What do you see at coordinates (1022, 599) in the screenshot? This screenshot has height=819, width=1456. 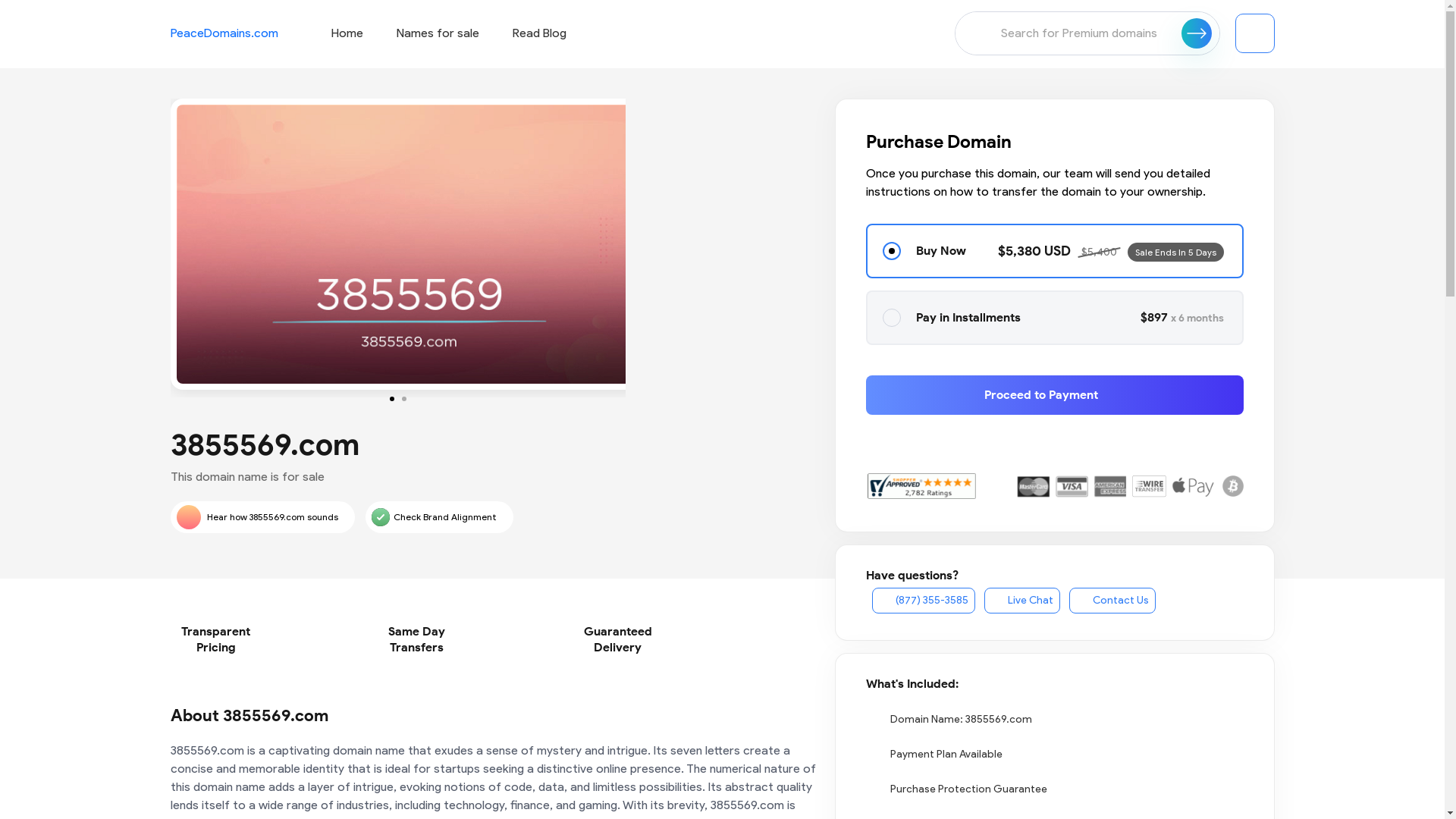 I see `'Live Chat'` at bounding box center [1022, 599].